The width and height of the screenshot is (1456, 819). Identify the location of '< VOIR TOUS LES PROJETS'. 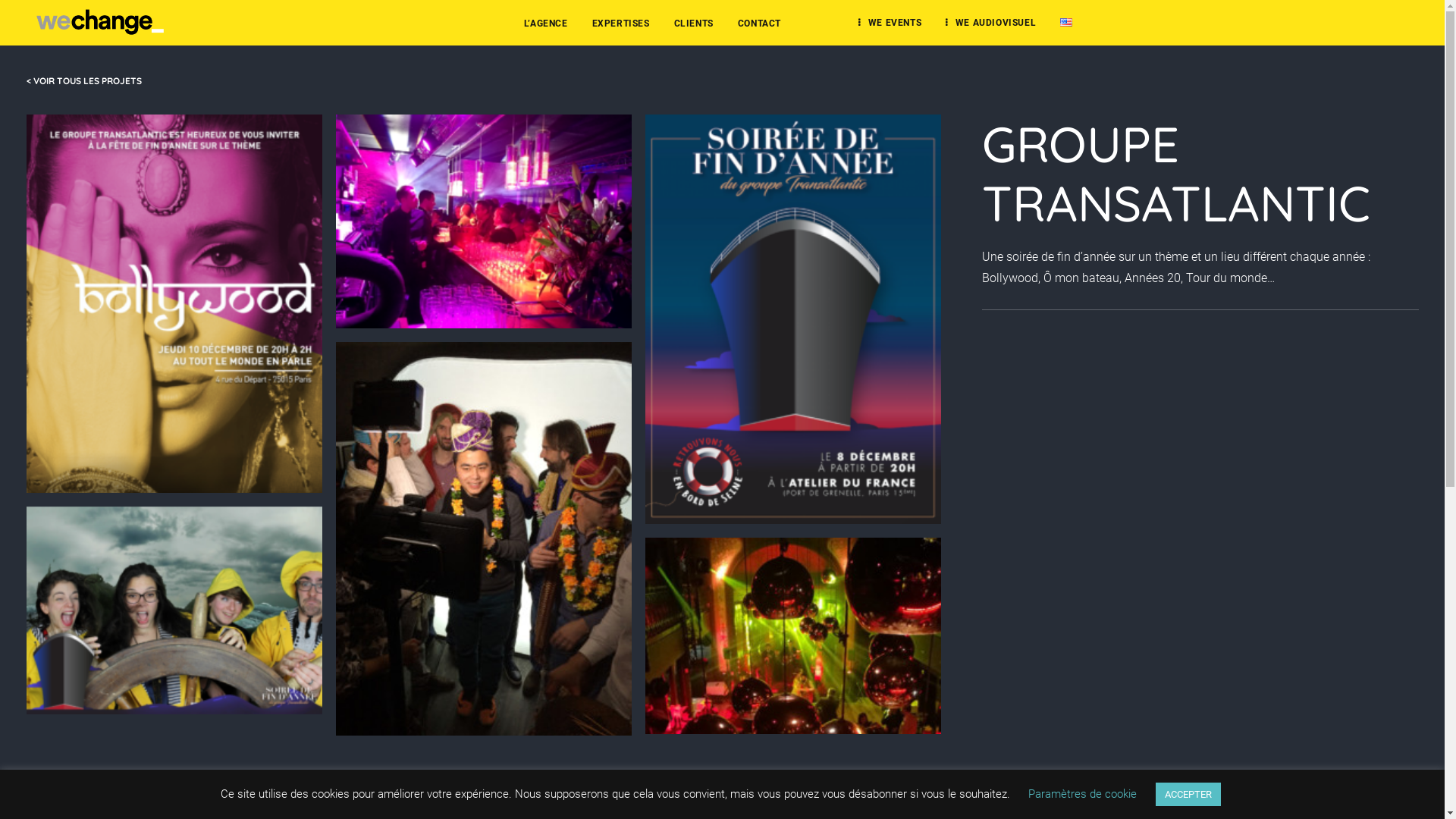
(83, 80).